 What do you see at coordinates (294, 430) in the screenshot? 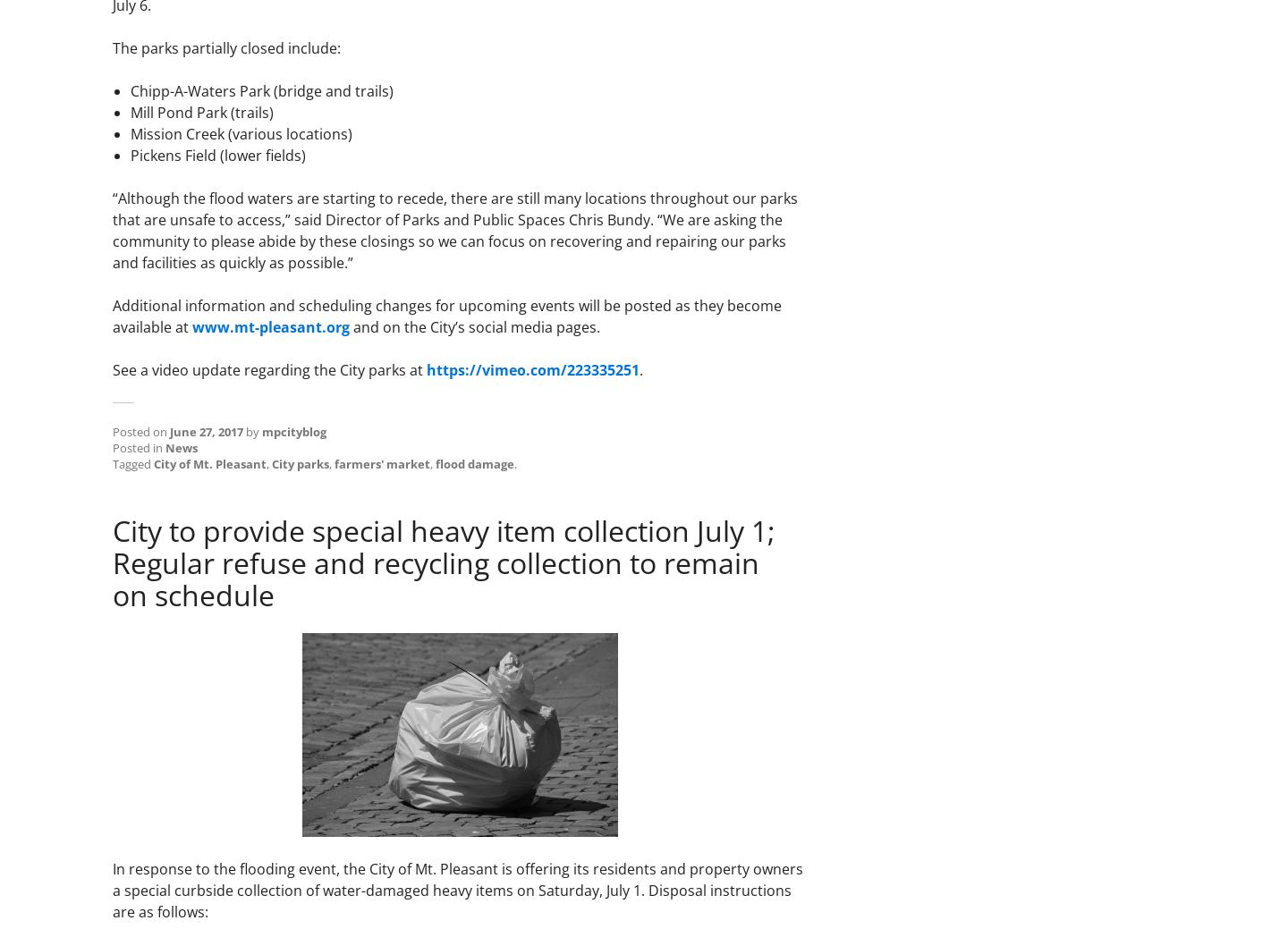
I see `'mpcityblog'` at bounding box center [294, 430].